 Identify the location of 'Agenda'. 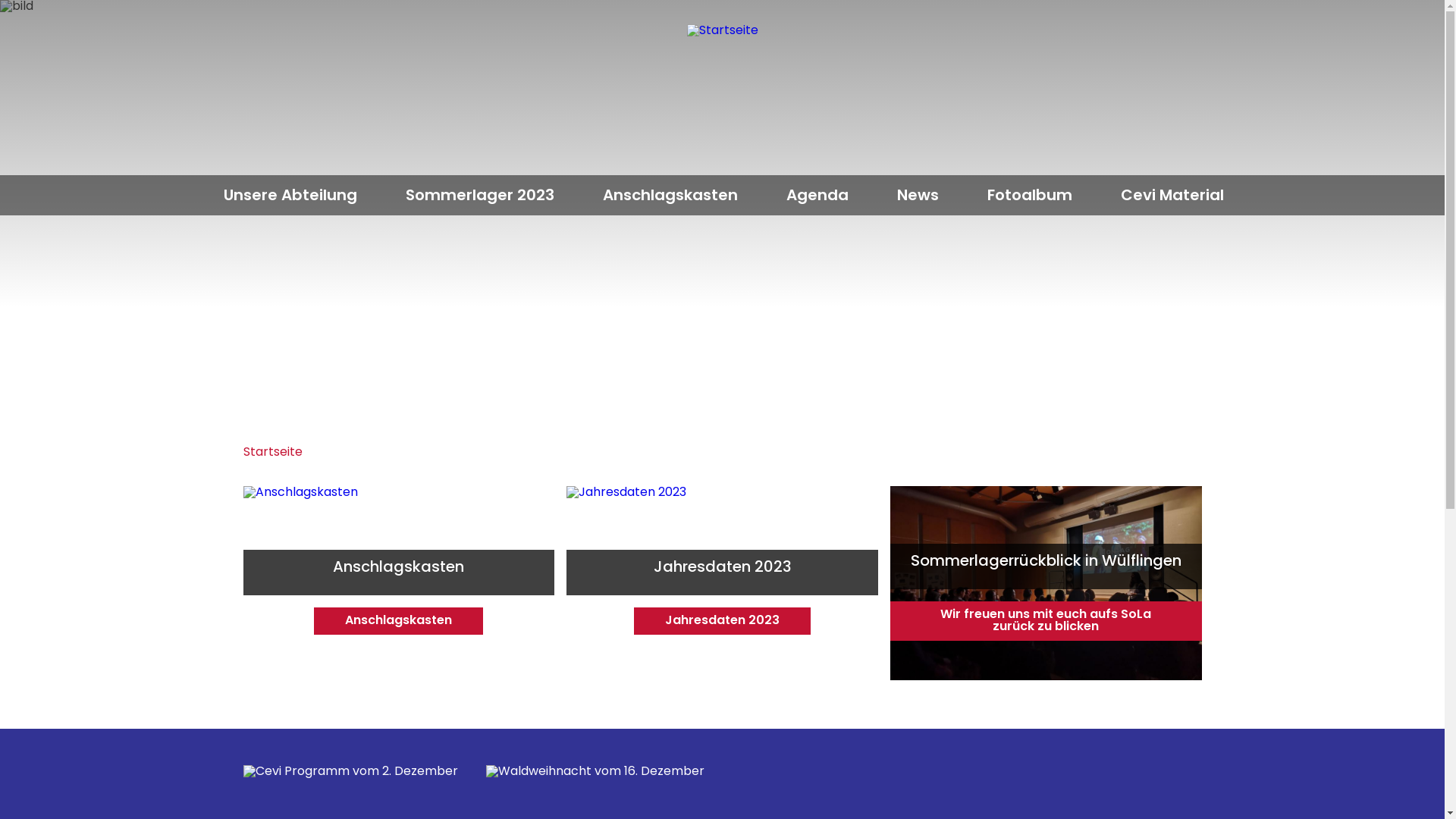
(817, 194).